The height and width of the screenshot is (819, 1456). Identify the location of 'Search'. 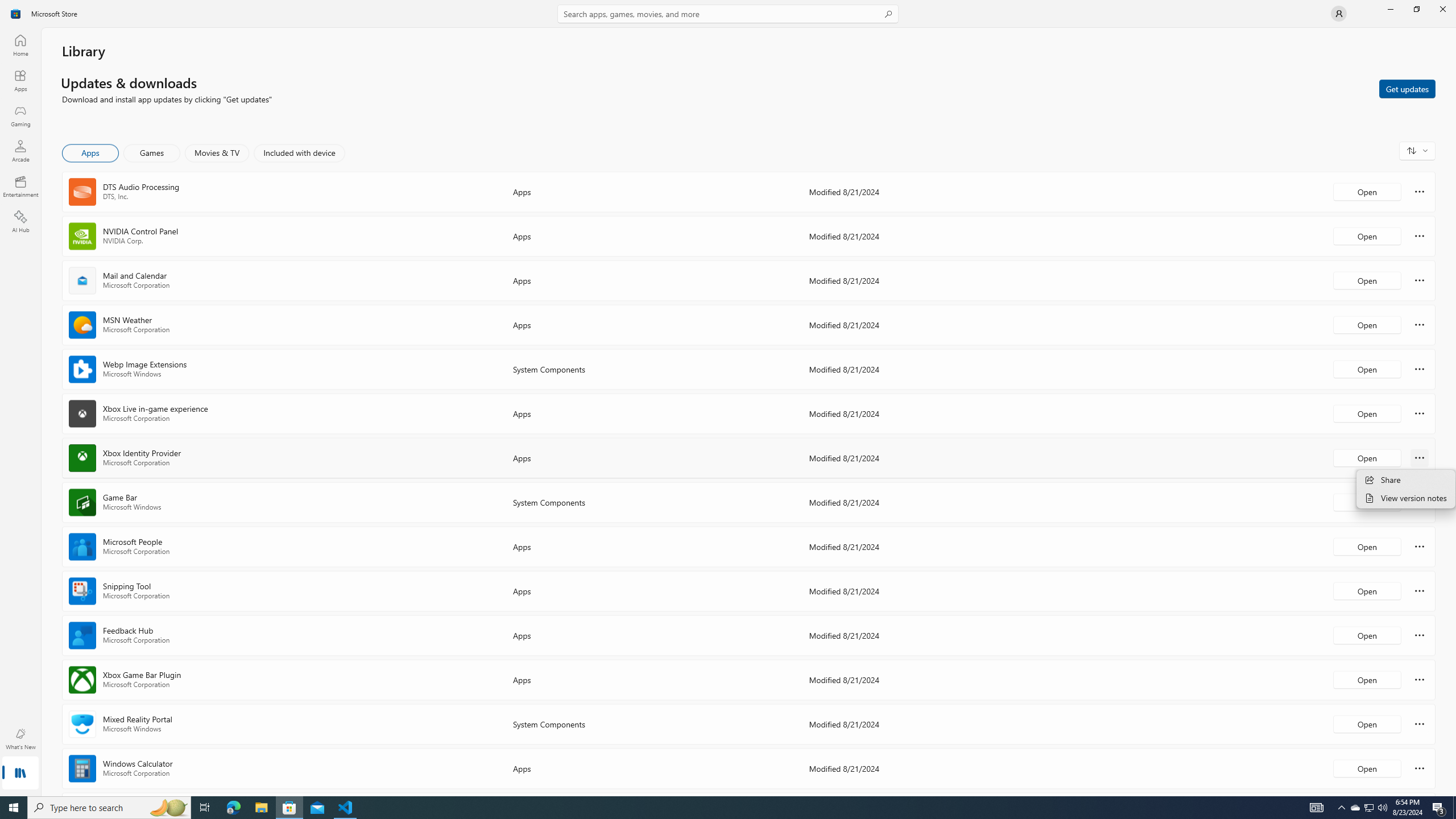
(728, 13).